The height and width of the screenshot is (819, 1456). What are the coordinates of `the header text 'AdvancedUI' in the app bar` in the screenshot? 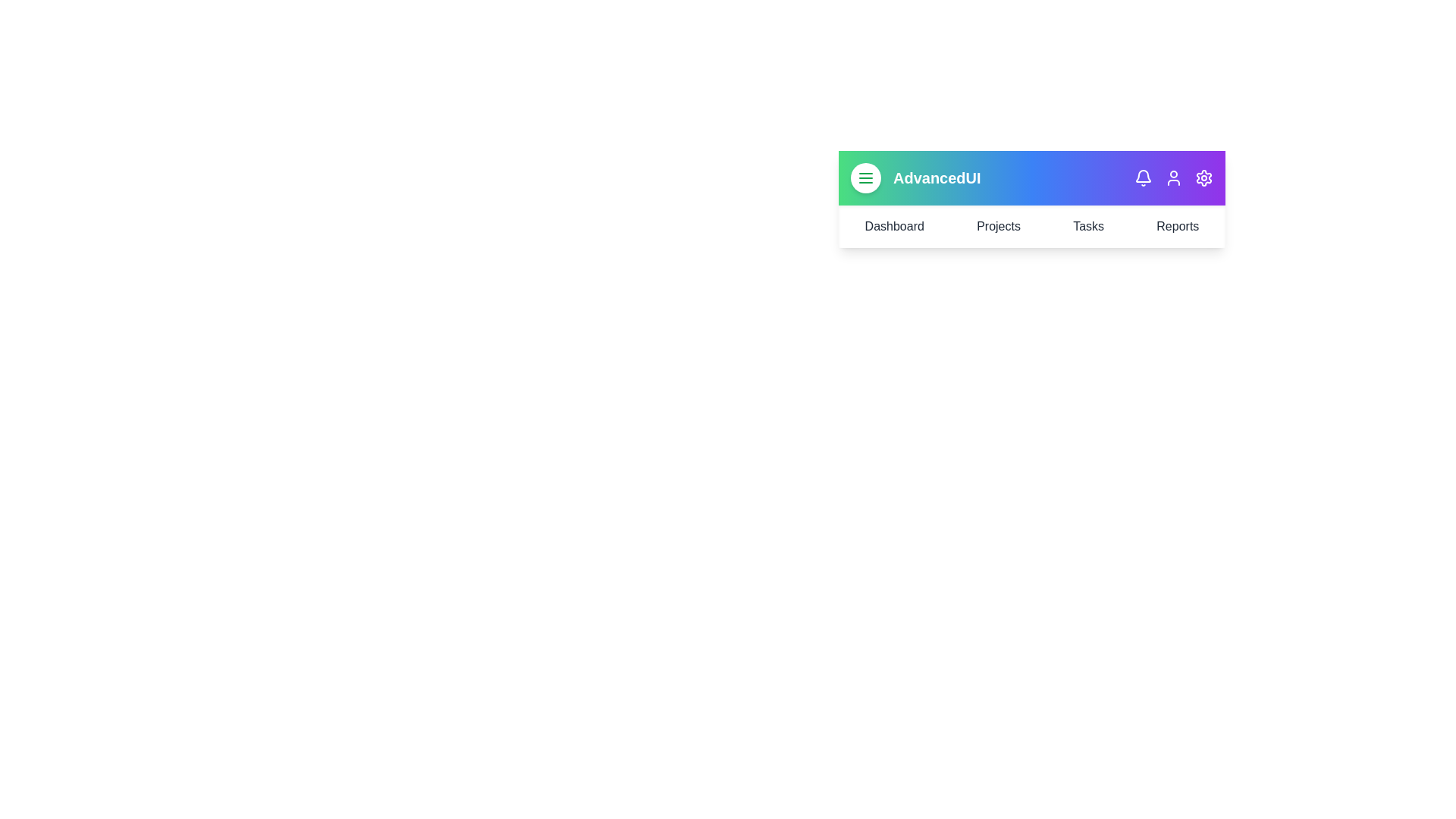 It's located at (936, 177).